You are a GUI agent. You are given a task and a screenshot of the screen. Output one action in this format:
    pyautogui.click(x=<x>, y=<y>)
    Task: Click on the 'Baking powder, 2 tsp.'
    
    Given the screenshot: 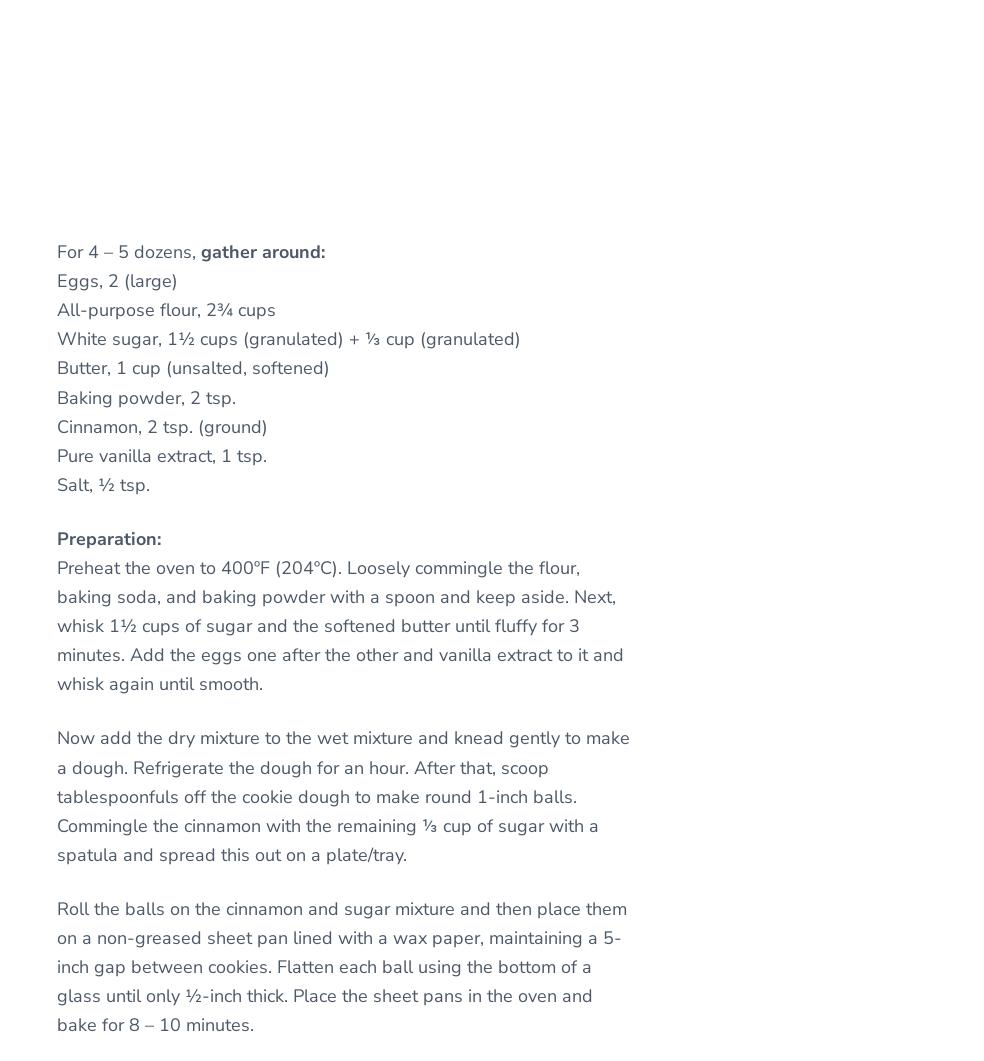 What is the action you would take?
    pyautogui.click(x=146, y=397)
    